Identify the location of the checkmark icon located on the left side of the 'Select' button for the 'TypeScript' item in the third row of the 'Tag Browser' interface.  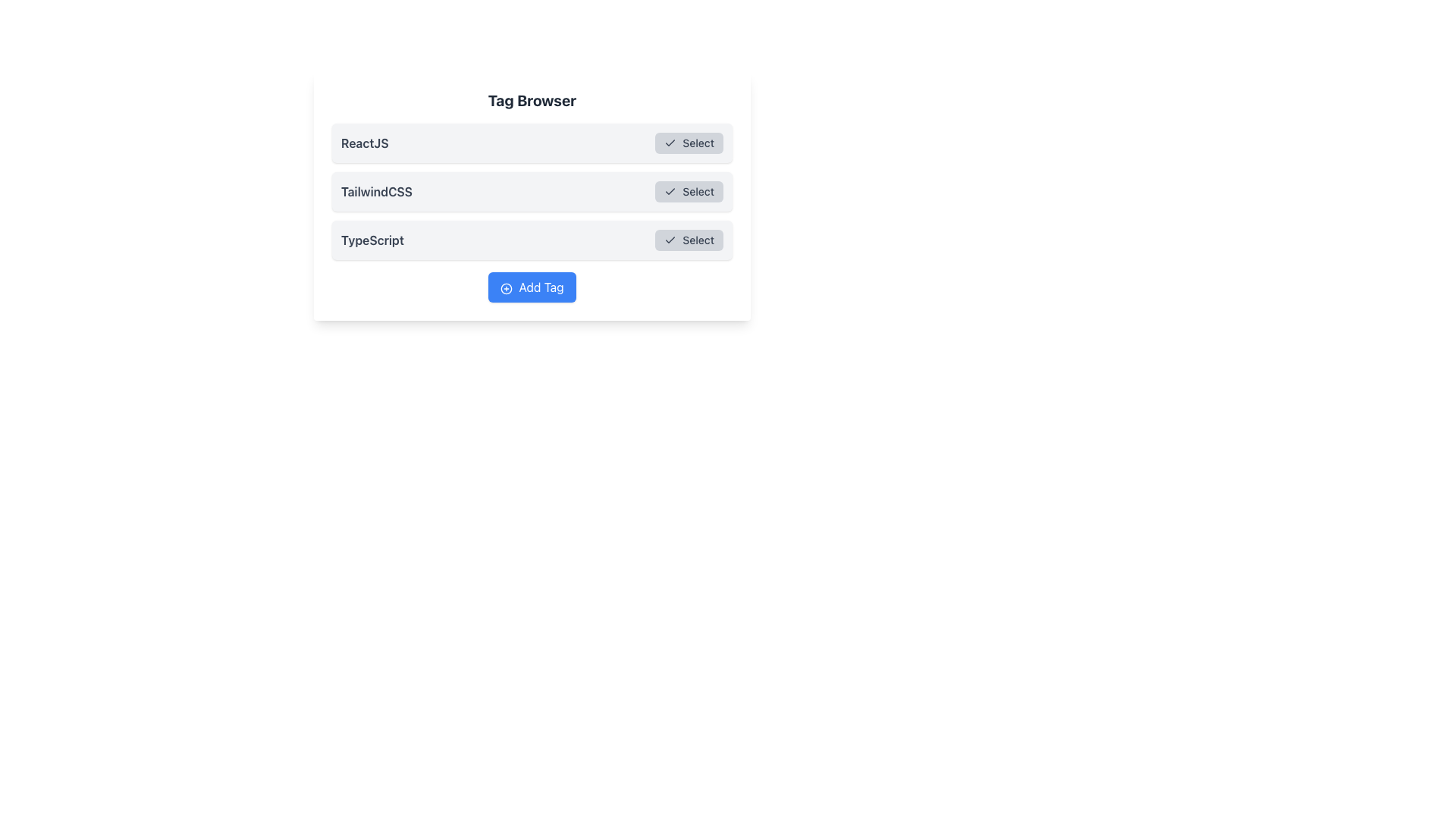
(670, 239).